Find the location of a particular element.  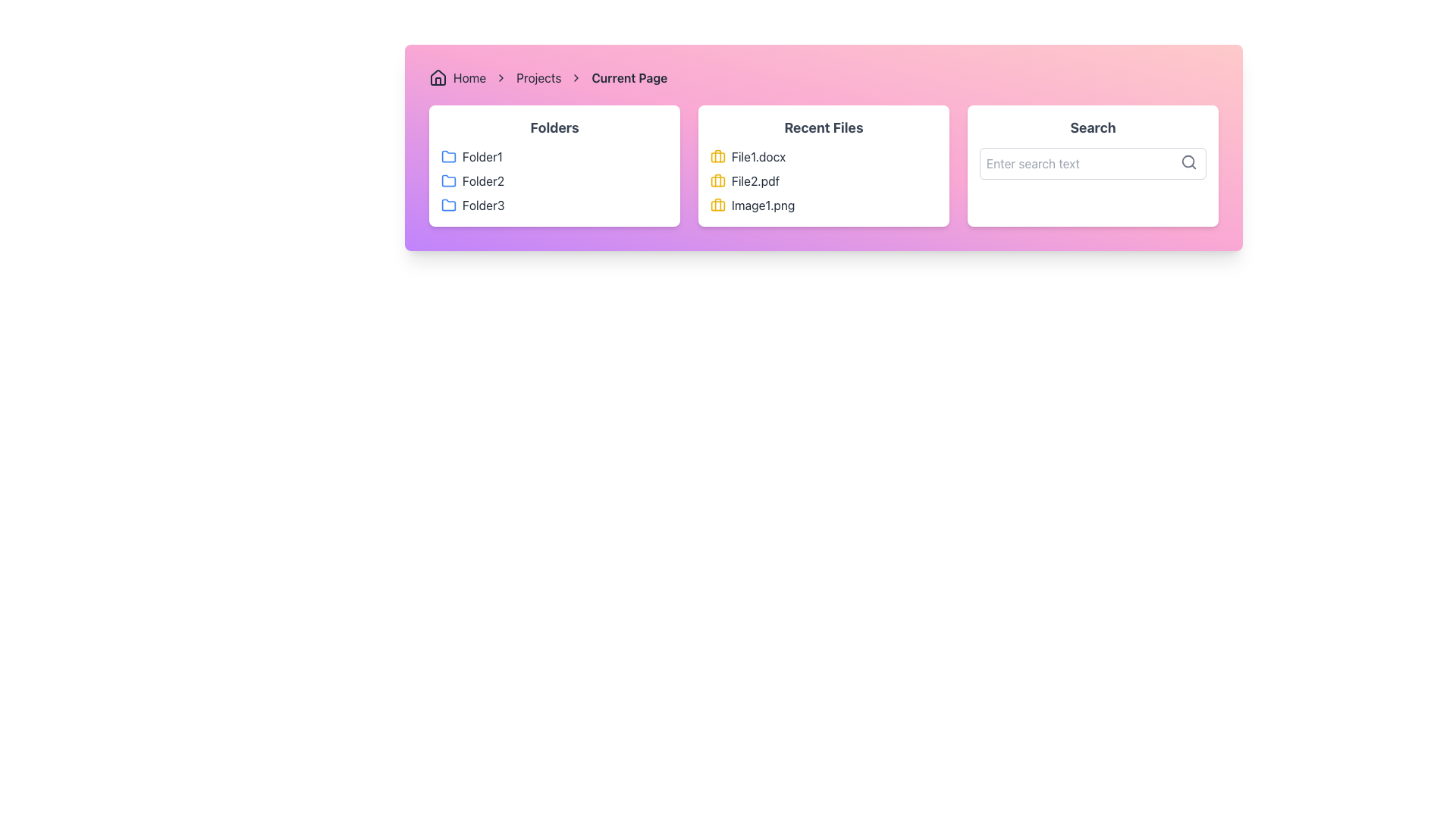

the decorative SVG rectangle element that represents a briefcase in the icon, located slightly to the top-right of the center of the bounding box is located at coordinates (717, 180).